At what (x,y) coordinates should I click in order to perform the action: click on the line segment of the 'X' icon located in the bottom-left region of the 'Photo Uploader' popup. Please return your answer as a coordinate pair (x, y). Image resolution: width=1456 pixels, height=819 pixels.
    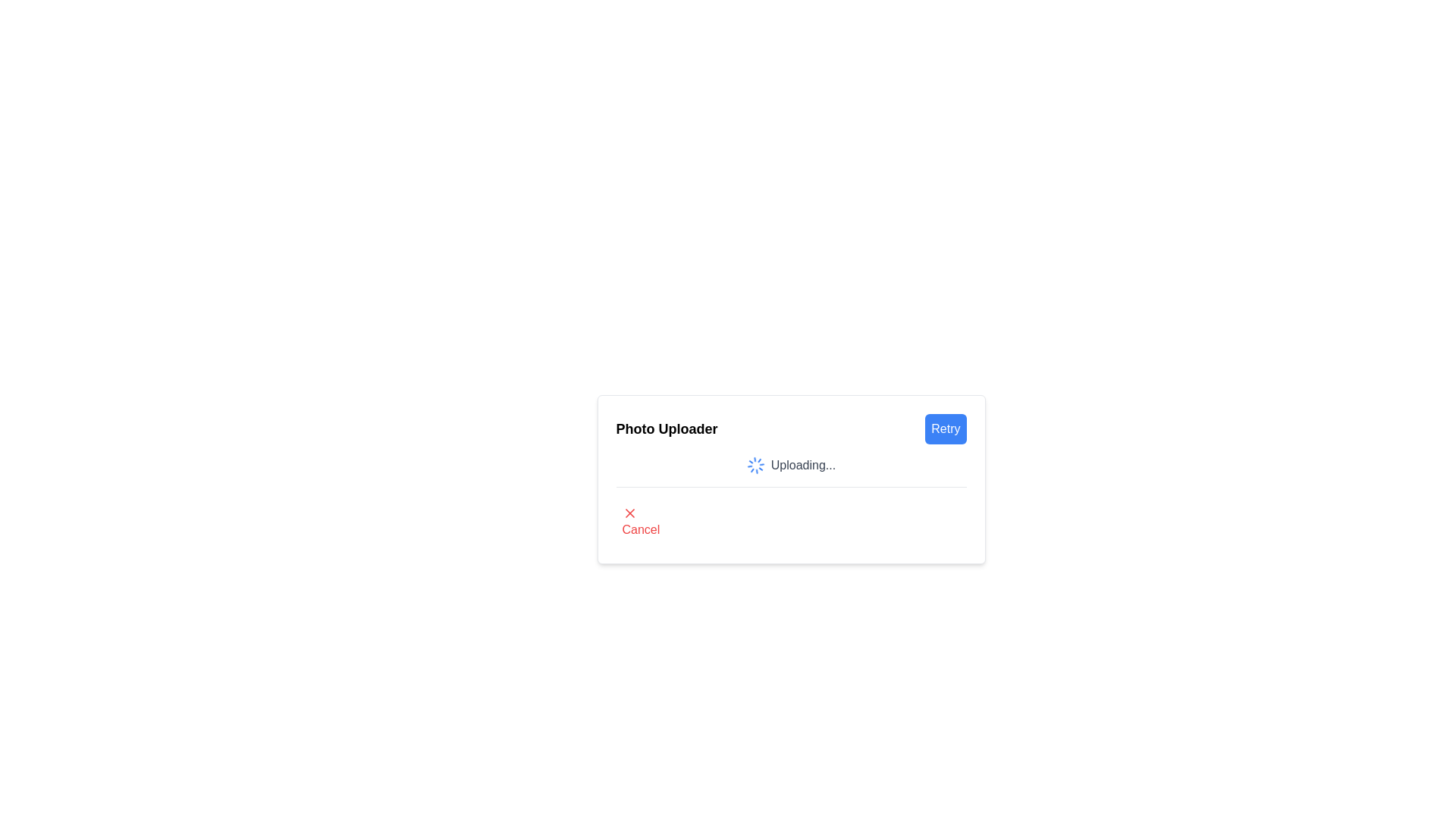
    Looking at the image, I should click on (629, 513).